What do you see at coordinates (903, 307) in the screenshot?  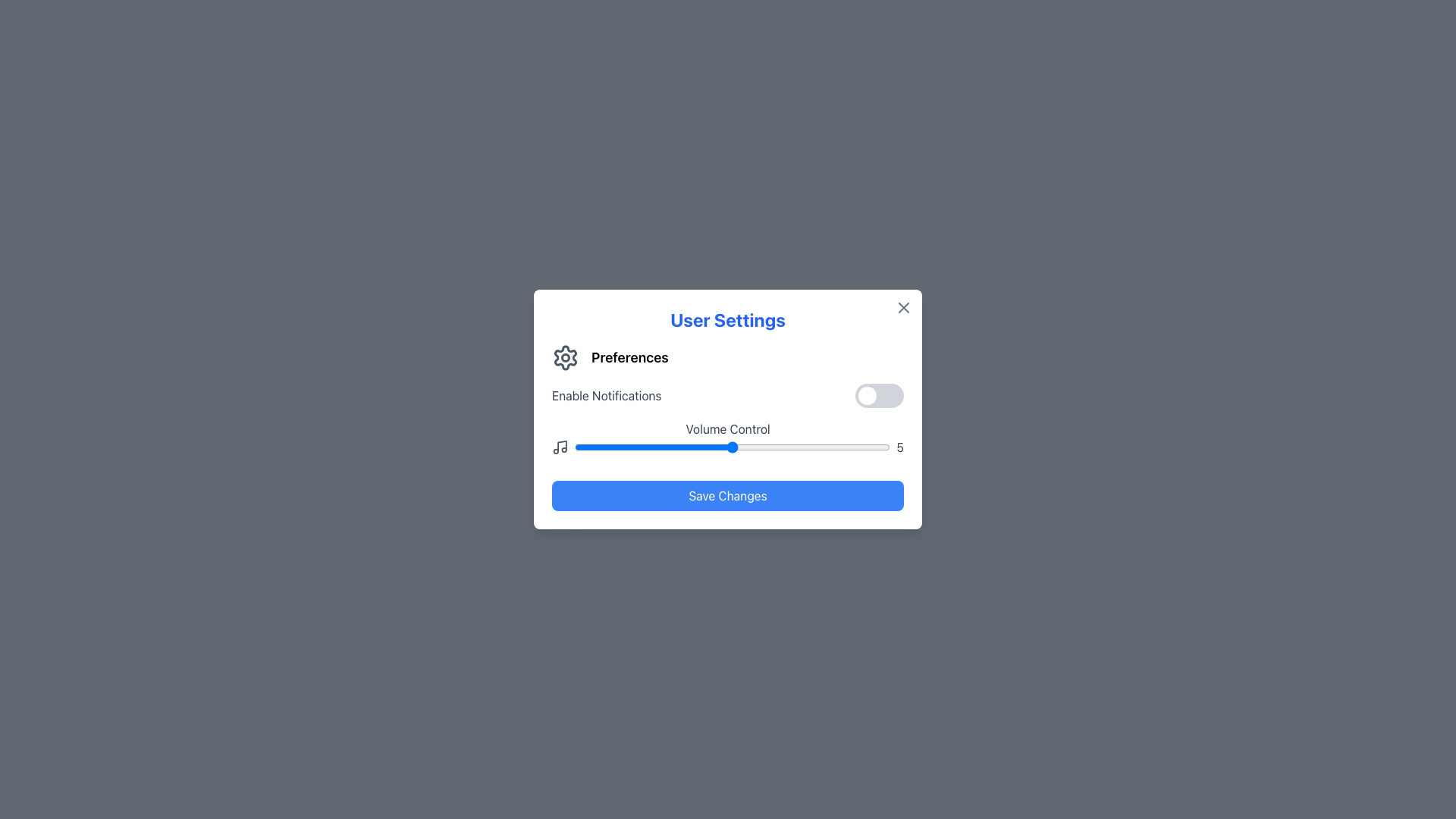 I see `the close button located in the top-right corner of the modal dialog box to change its color` at bounding box center [903, 307].